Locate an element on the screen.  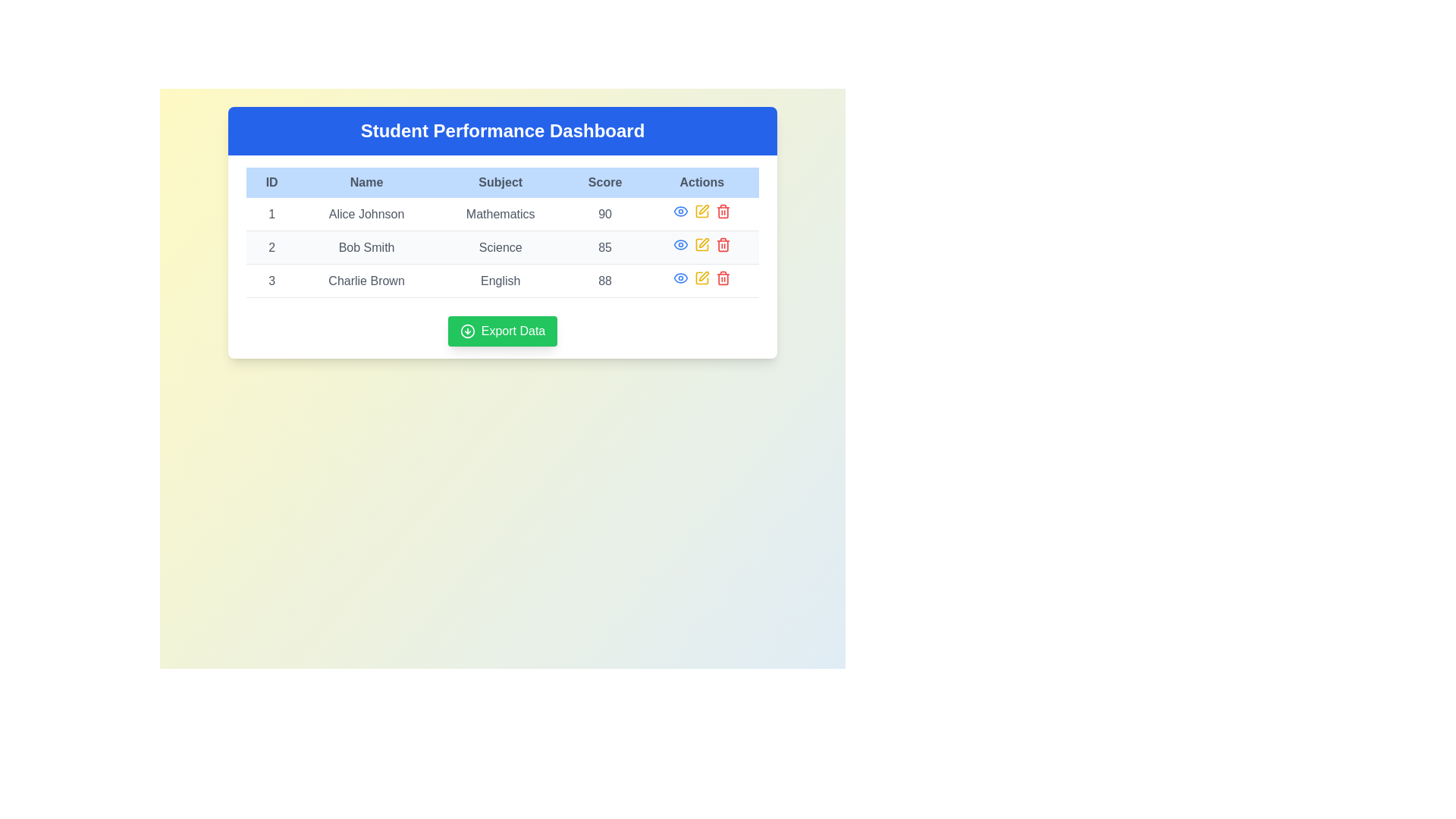
the text label displaying Bob Smith's score in Science, located in the second row under the 'Score' column is located at coordinates (604, 246).